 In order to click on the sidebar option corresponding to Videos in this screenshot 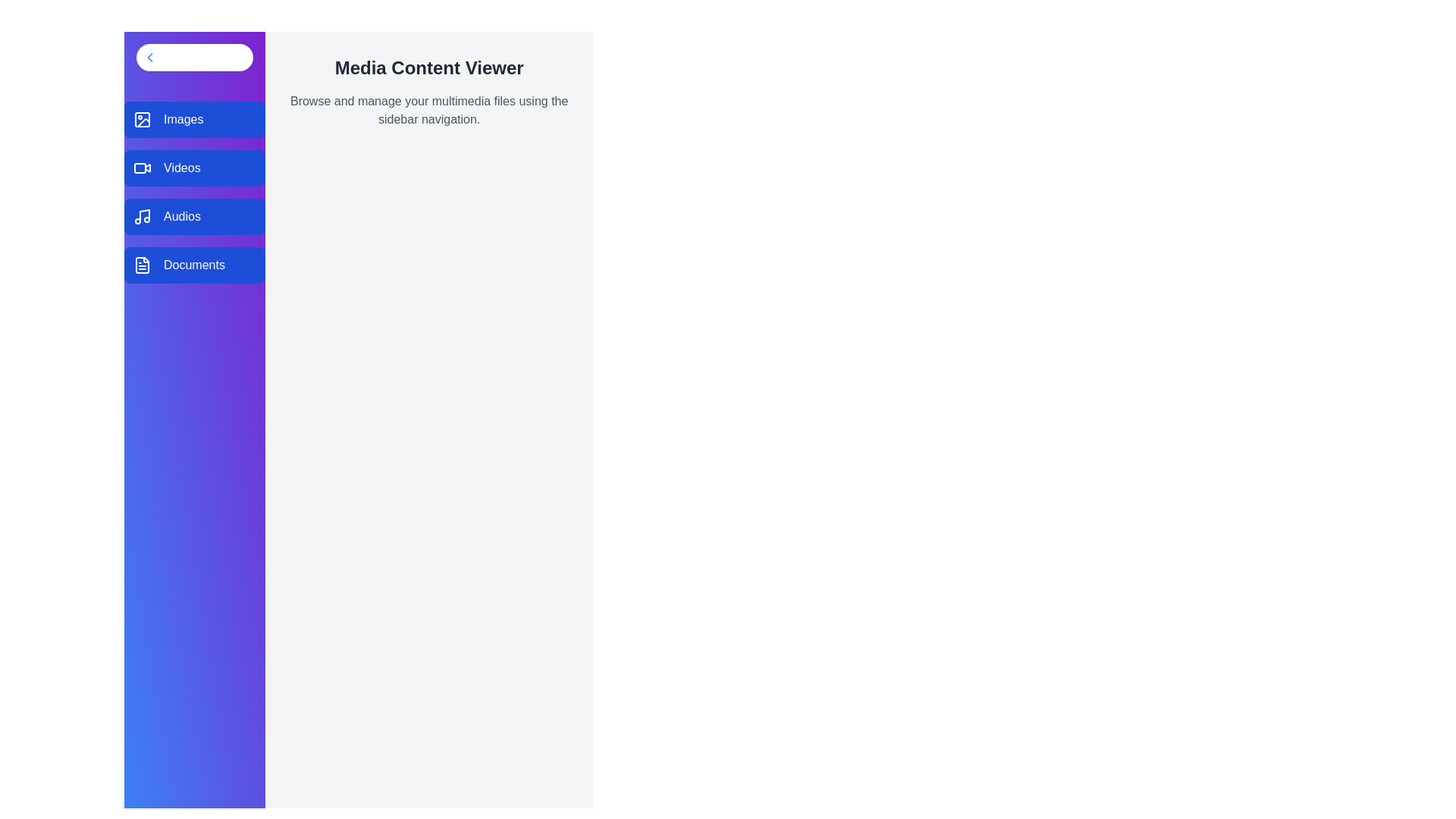, I will do `click(194, 168)`.